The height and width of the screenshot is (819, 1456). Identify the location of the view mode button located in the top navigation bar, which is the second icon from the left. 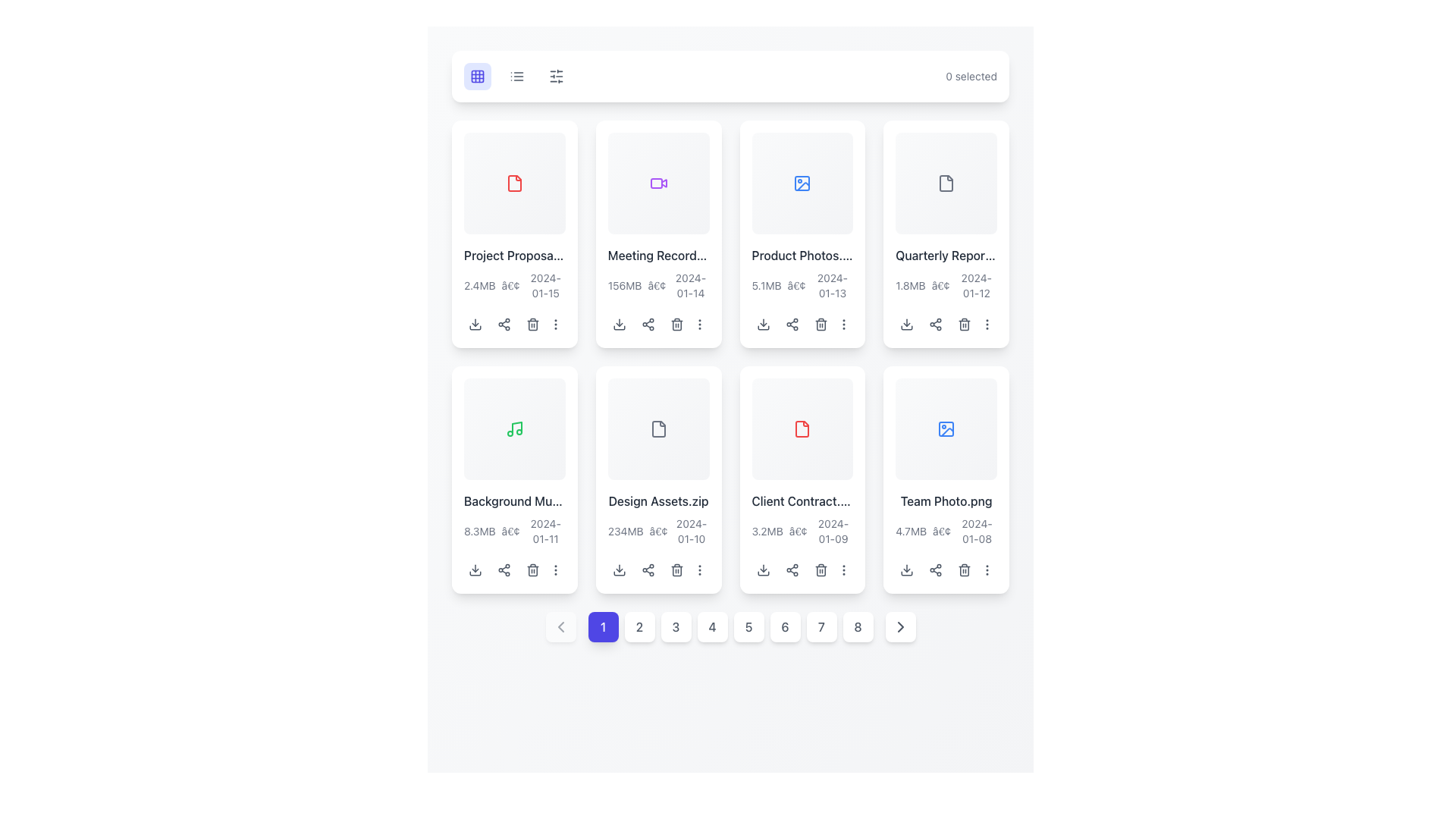
(516, 76).